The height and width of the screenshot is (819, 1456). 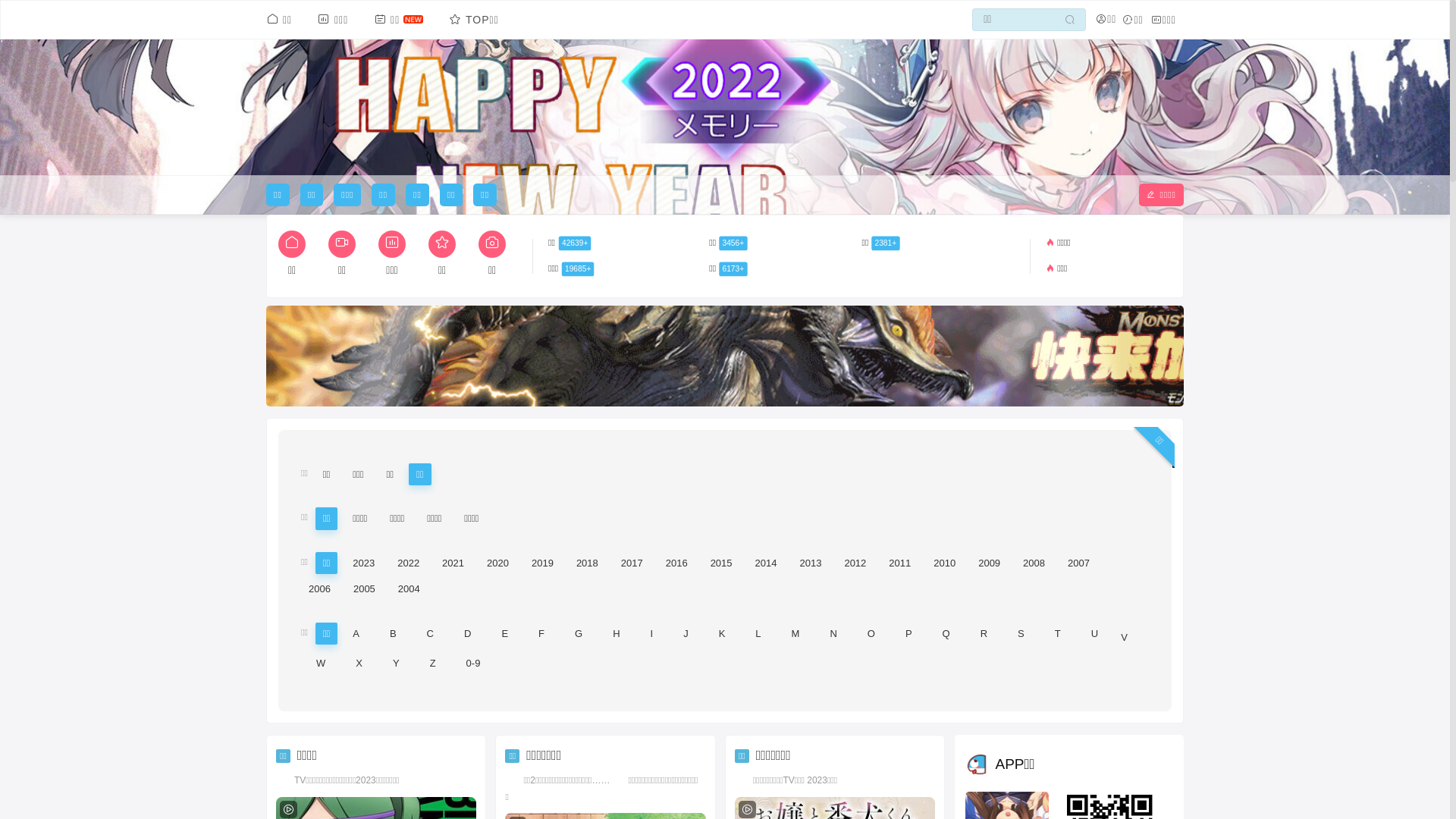 What do you see at coordinates (457, 662) in the screenshot?
I see `'0-9'` at bounding box center [457, 662].